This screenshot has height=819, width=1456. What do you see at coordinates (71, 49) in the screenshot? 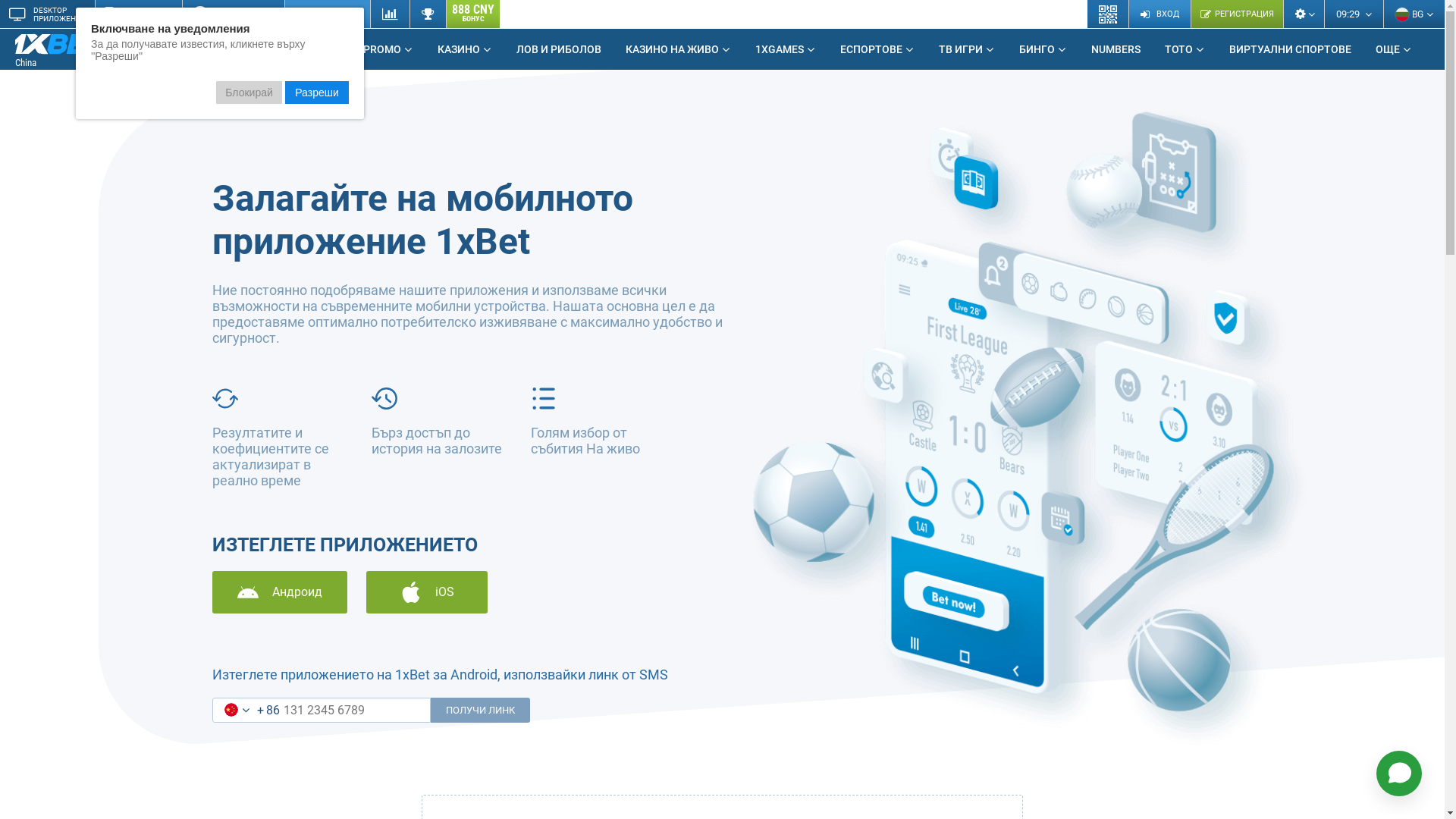
I see `'China'` at bounding box center [71, 49].